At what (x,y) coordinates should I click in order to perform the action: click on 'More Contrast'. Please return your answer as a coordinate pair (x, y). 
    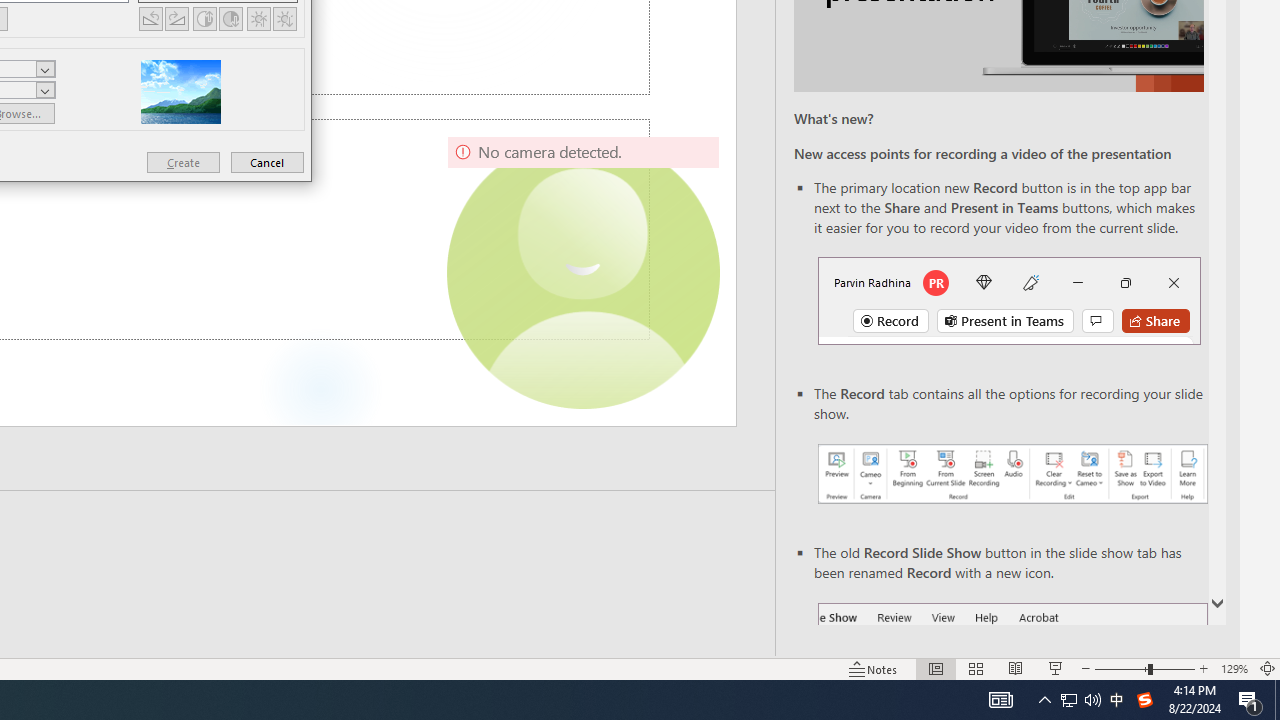
    Looking at the image, I should click on (204, 18).